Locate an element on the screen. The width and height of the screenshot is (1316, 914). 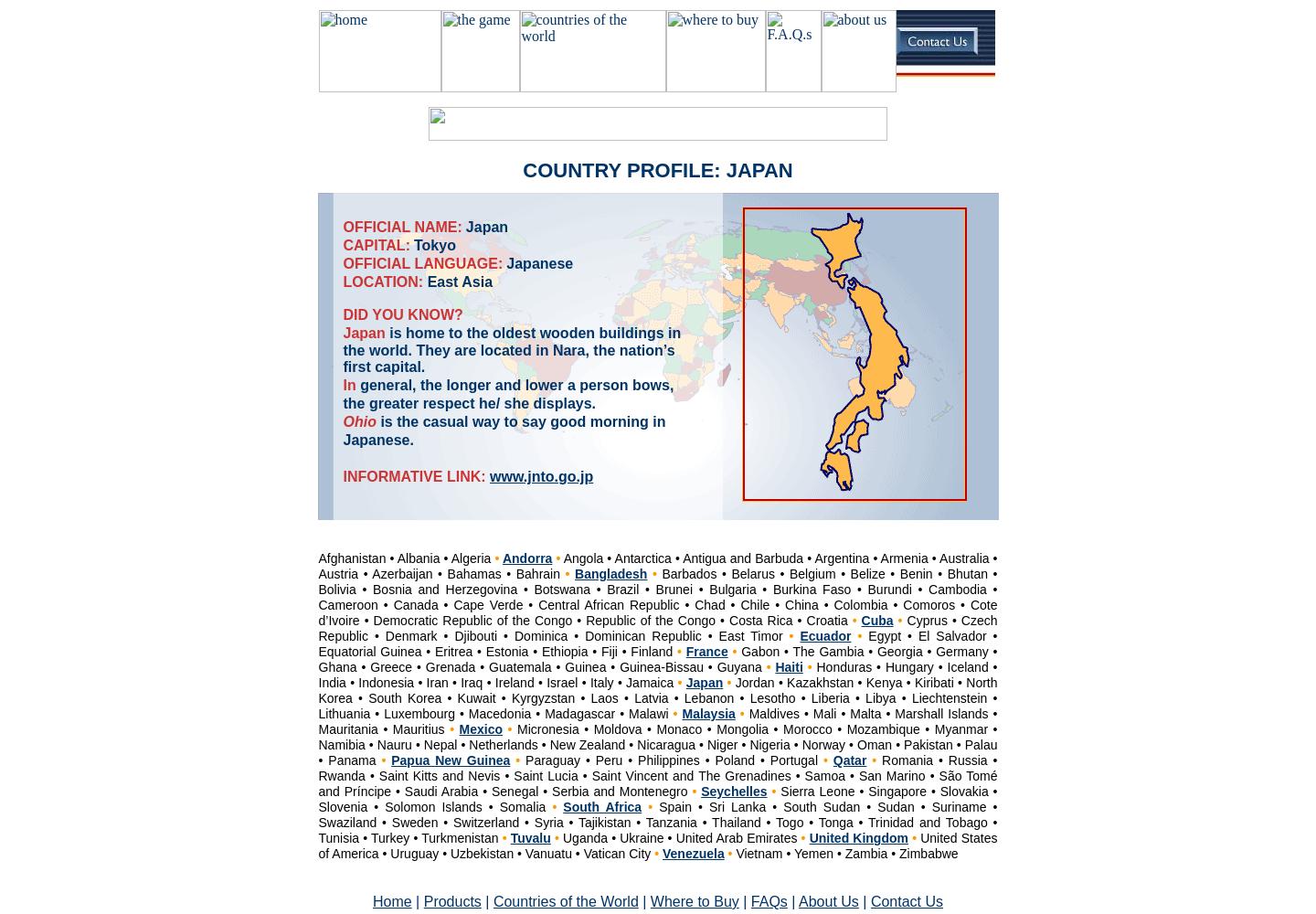
'Afghanistan • Albania • Algeria' is located at coordinates (406, 558).